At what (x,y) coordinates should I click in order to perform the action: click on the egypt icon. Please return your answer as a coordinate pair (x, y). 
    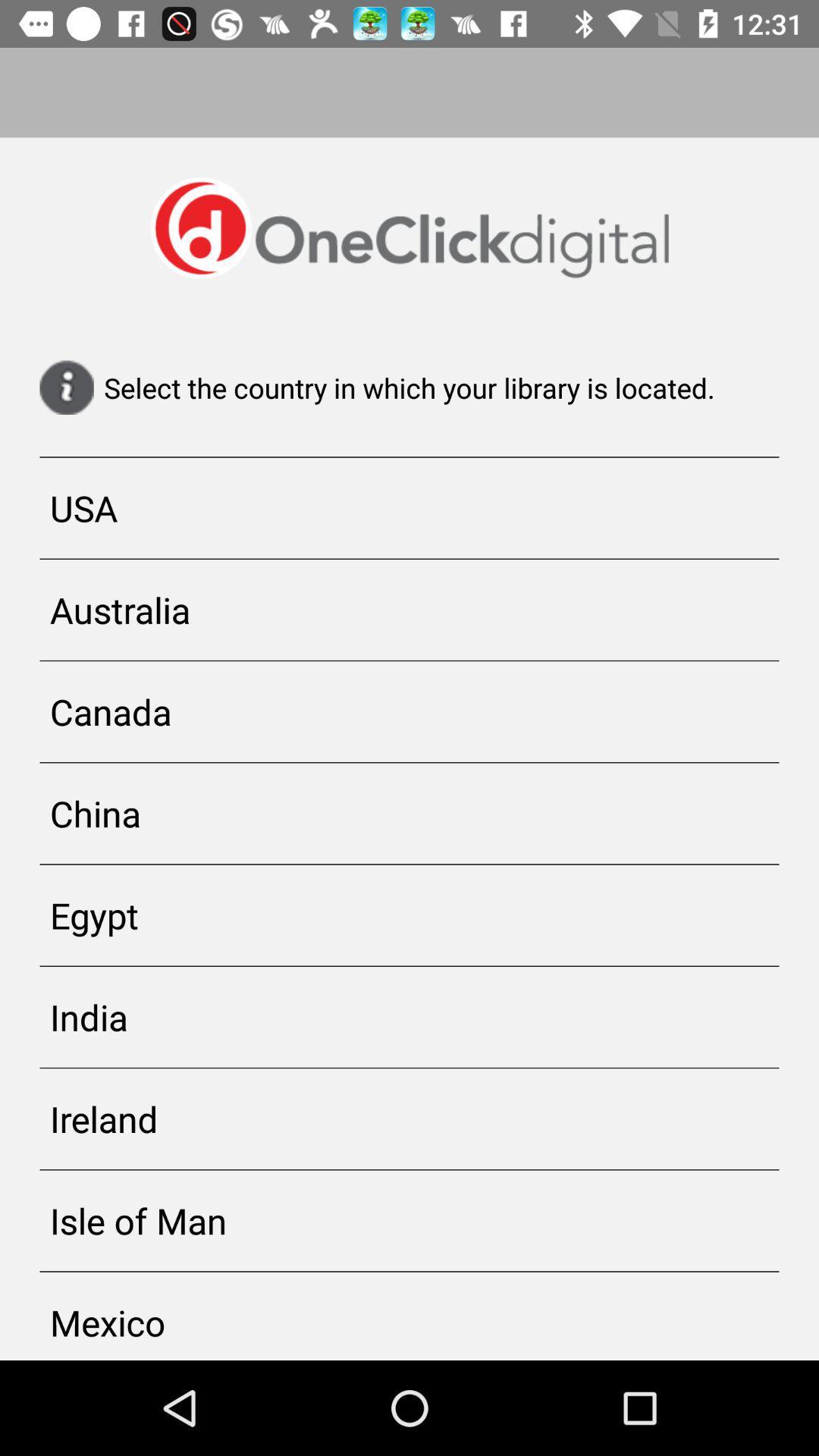
    Looking at the image, I should click on (409, 915).